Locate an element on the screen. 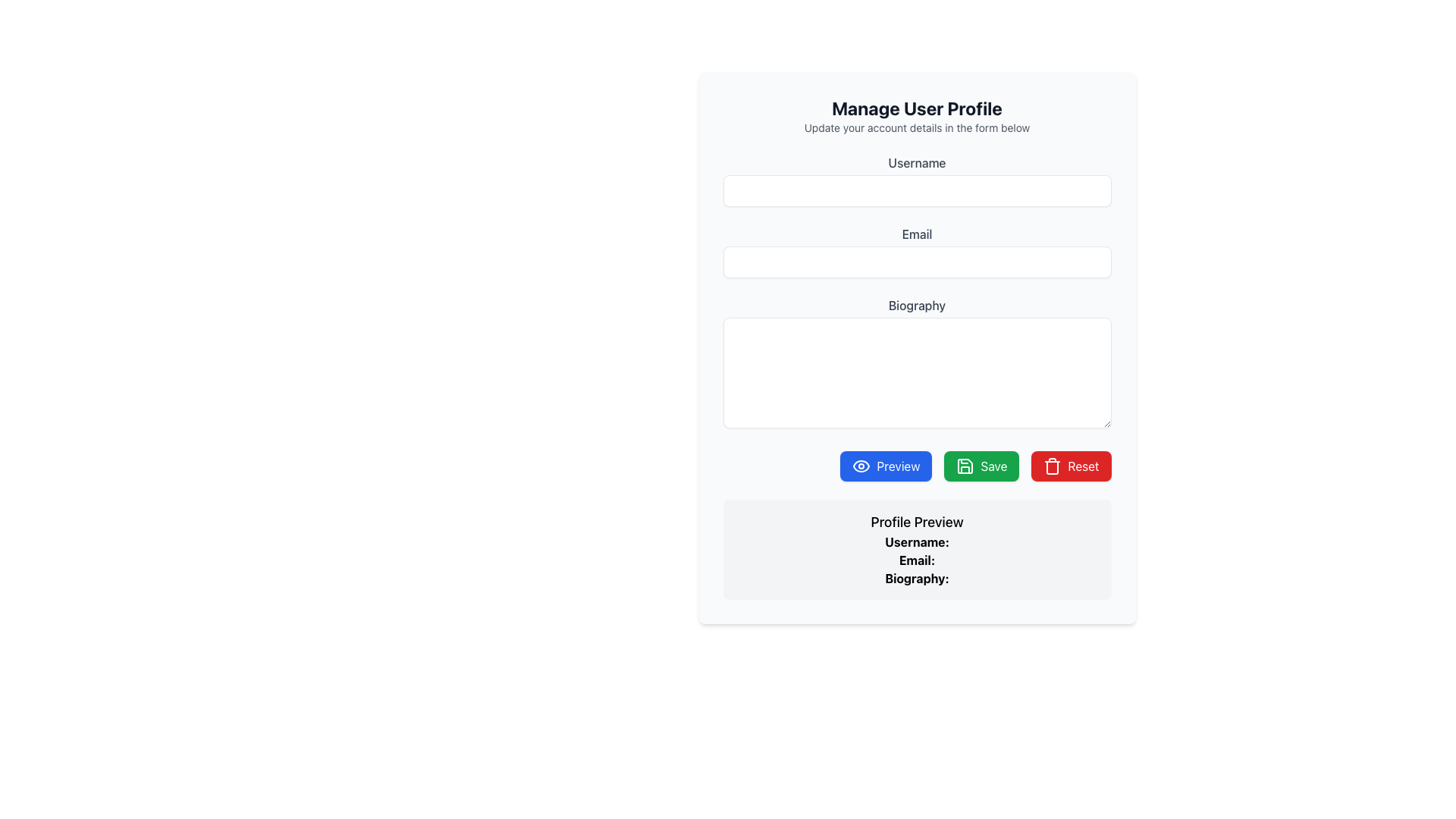 This screenshot has height=819, width=1456. the label indicating the email input field, which is positioned directly above the email input field in the form layout is located at coordinates (916, 234).